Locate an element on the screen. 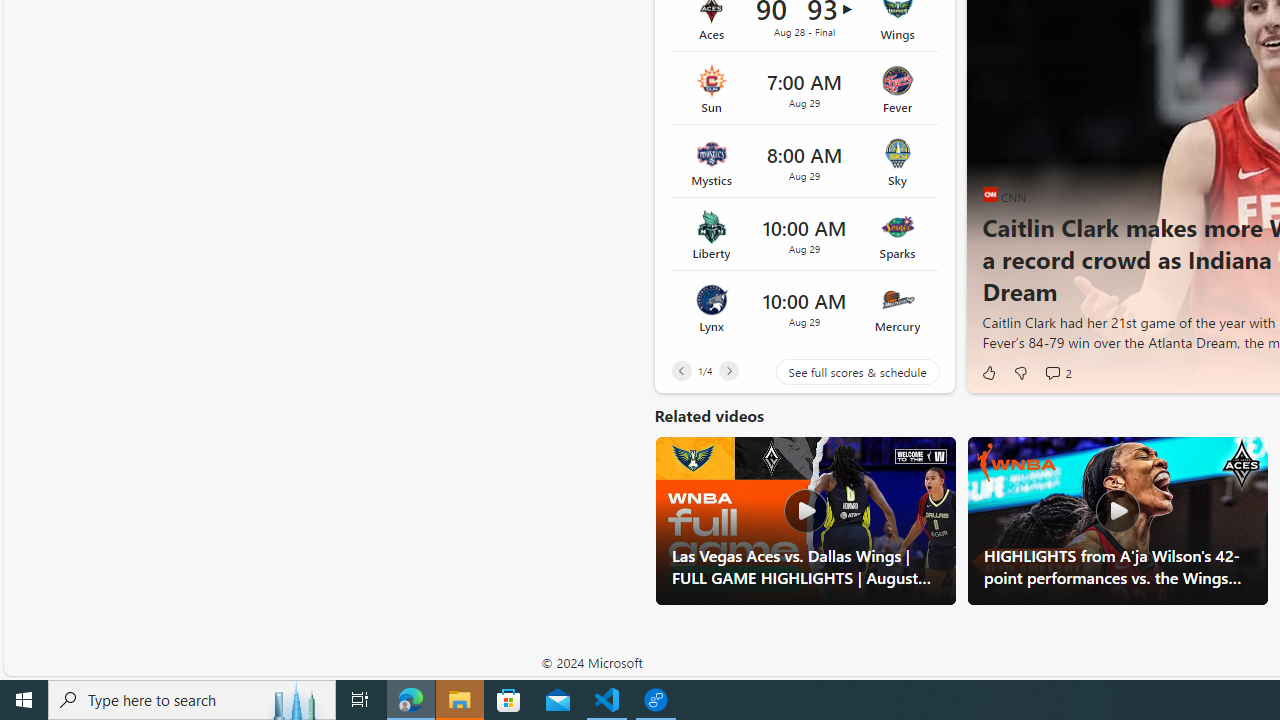 The width and height of the screenshot is (1280, 720). 'Liberty vs Sparks Time 10:00 AM Date Aug 29' is located at coordinates (804, 234).